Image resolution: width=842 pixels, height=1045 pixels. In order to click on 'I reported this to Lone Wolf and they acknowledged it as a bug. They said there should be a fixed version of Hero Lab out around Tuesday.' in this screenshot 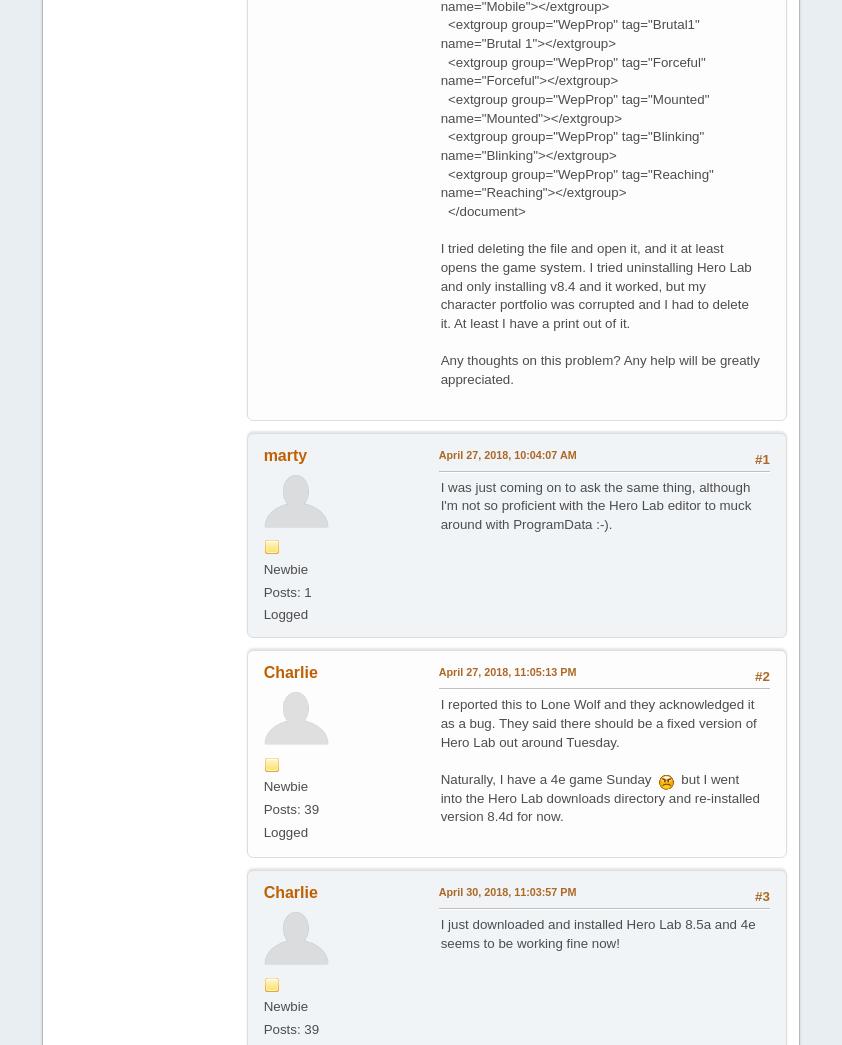, I will do `click(439, 722)`.